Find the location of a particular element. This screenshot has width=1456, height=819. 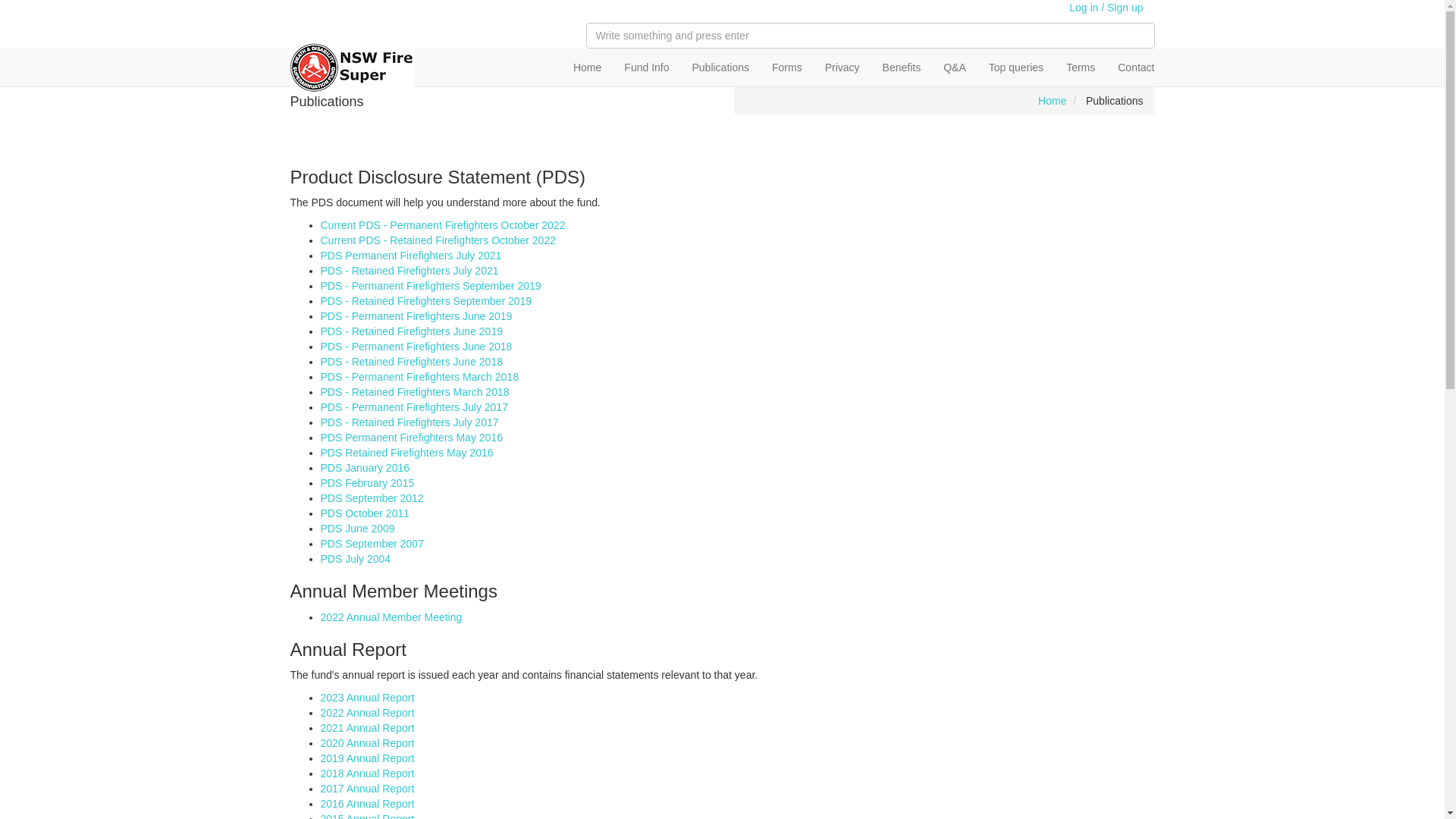

'2020 Annual Report' is located at coordinates (367, 742).